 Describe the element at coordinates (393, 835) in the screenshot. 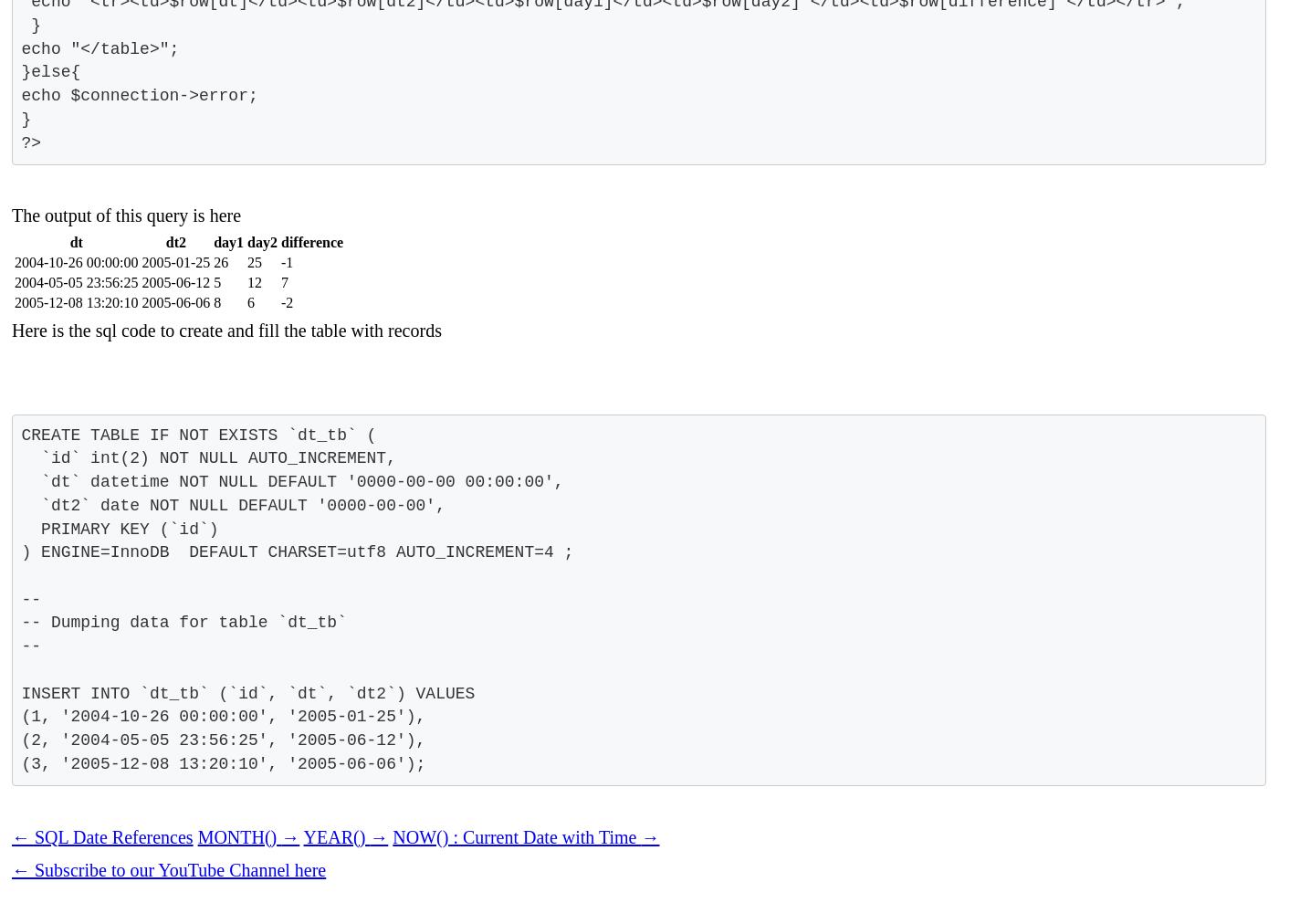

I see `'NOW() : Current Date with Time'` at that location.